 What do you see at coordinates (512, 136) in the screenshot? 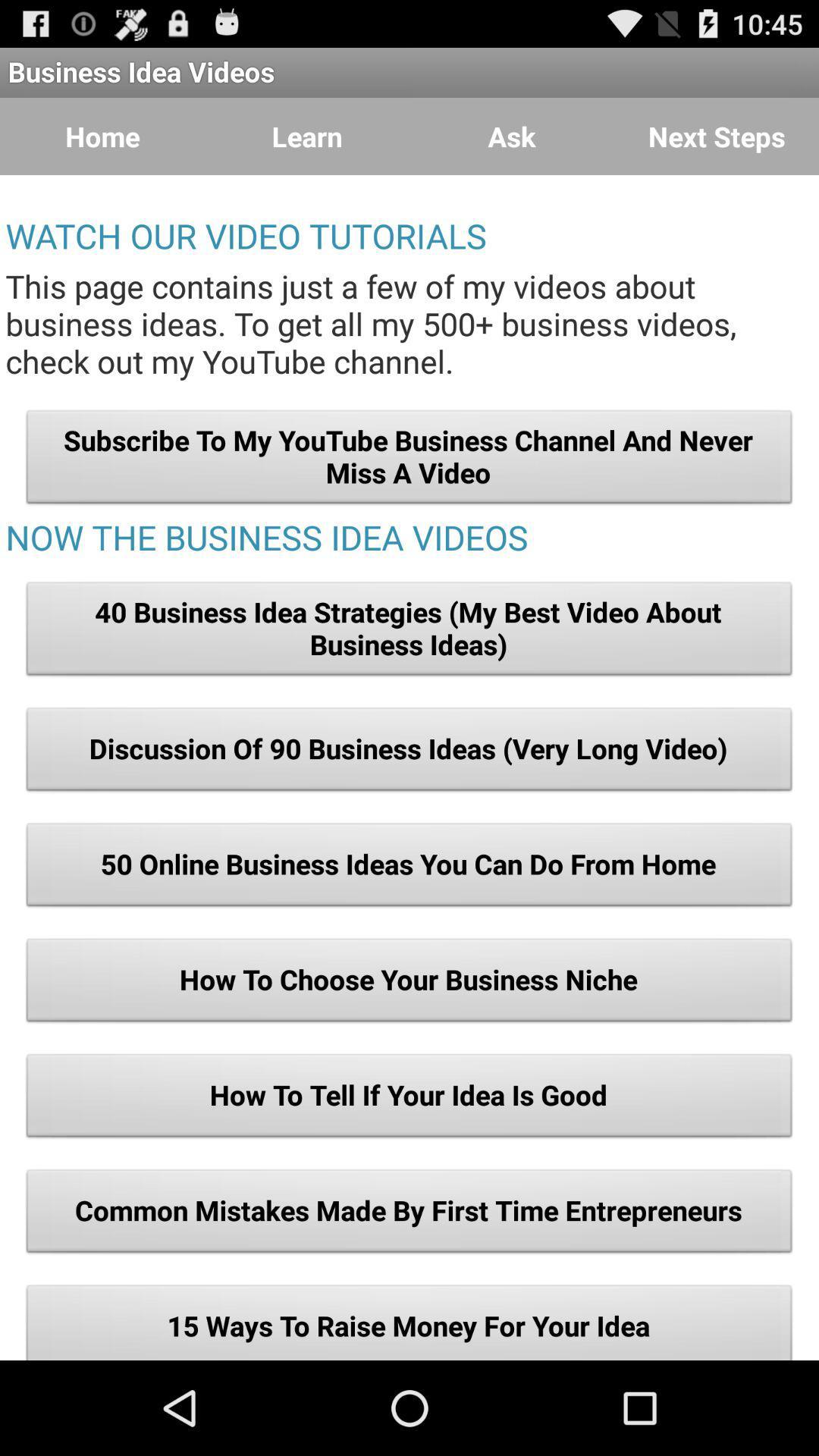
I see `the button to the left of the next steps` at bounding box center [512, 136].